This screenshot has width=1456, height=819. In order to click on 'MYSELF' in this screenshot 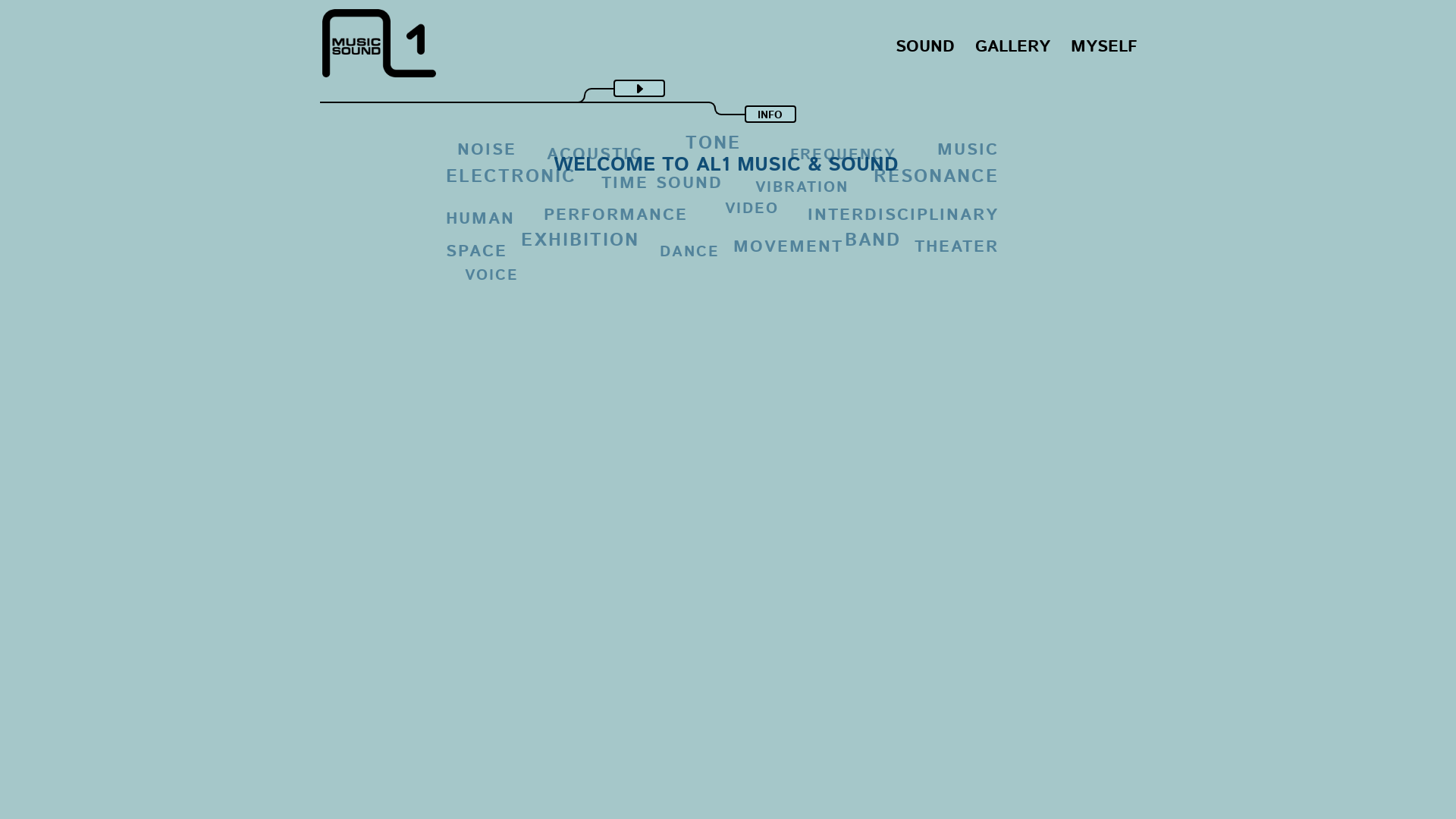, I will do `click(1069, 45)`.